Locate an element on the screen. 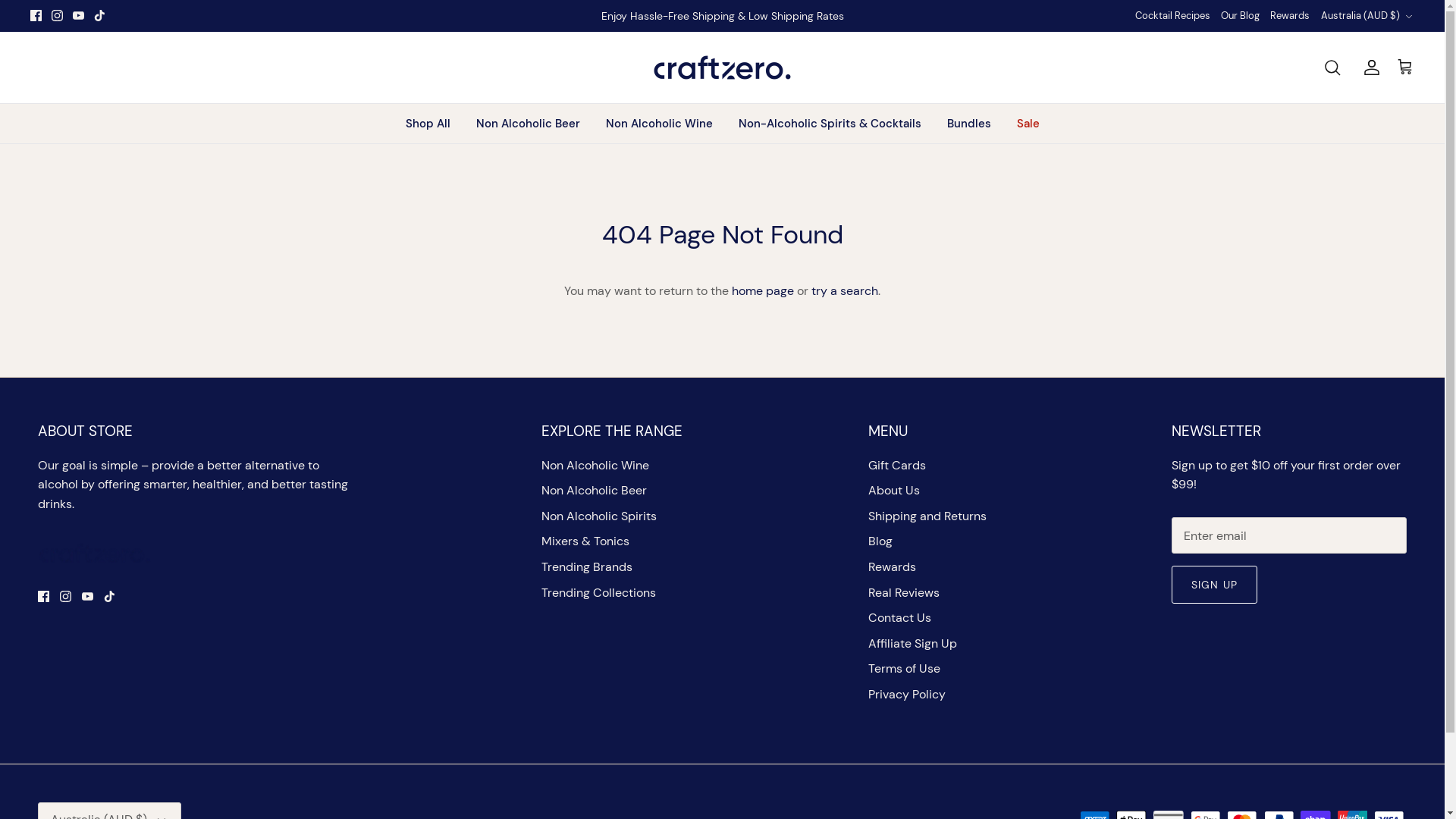  'Non Alcoholic Spirits' is located at coordinates (598, 515).